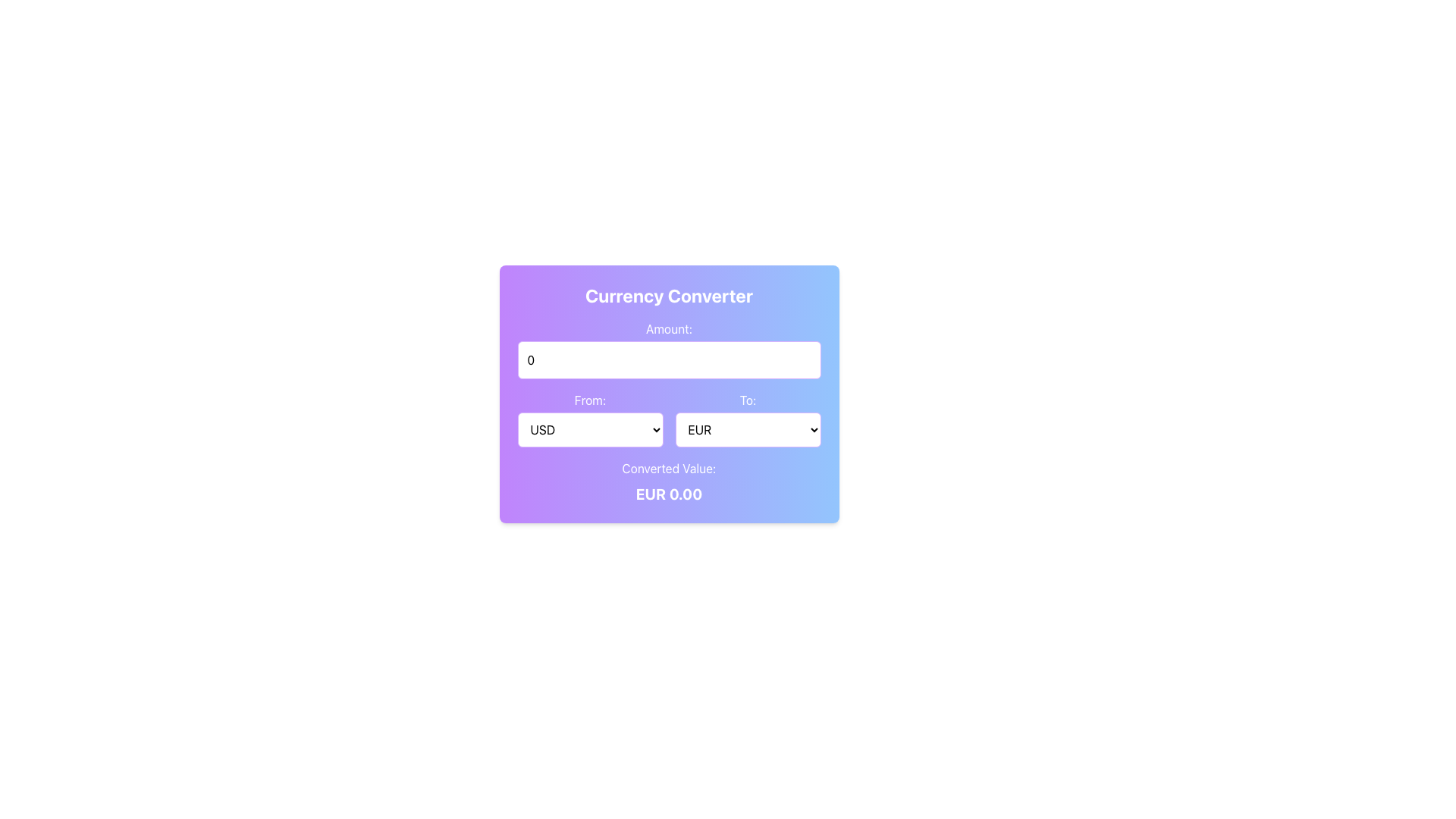 The image size is (1456, 819). What do you see at coordinates (748, 400) in the screenshot?
I see `the label that indicates the purpose of the adjacent input field, which is positioned to the left of the text box containing 'EURUSD'` at bounding box center [748, 400].